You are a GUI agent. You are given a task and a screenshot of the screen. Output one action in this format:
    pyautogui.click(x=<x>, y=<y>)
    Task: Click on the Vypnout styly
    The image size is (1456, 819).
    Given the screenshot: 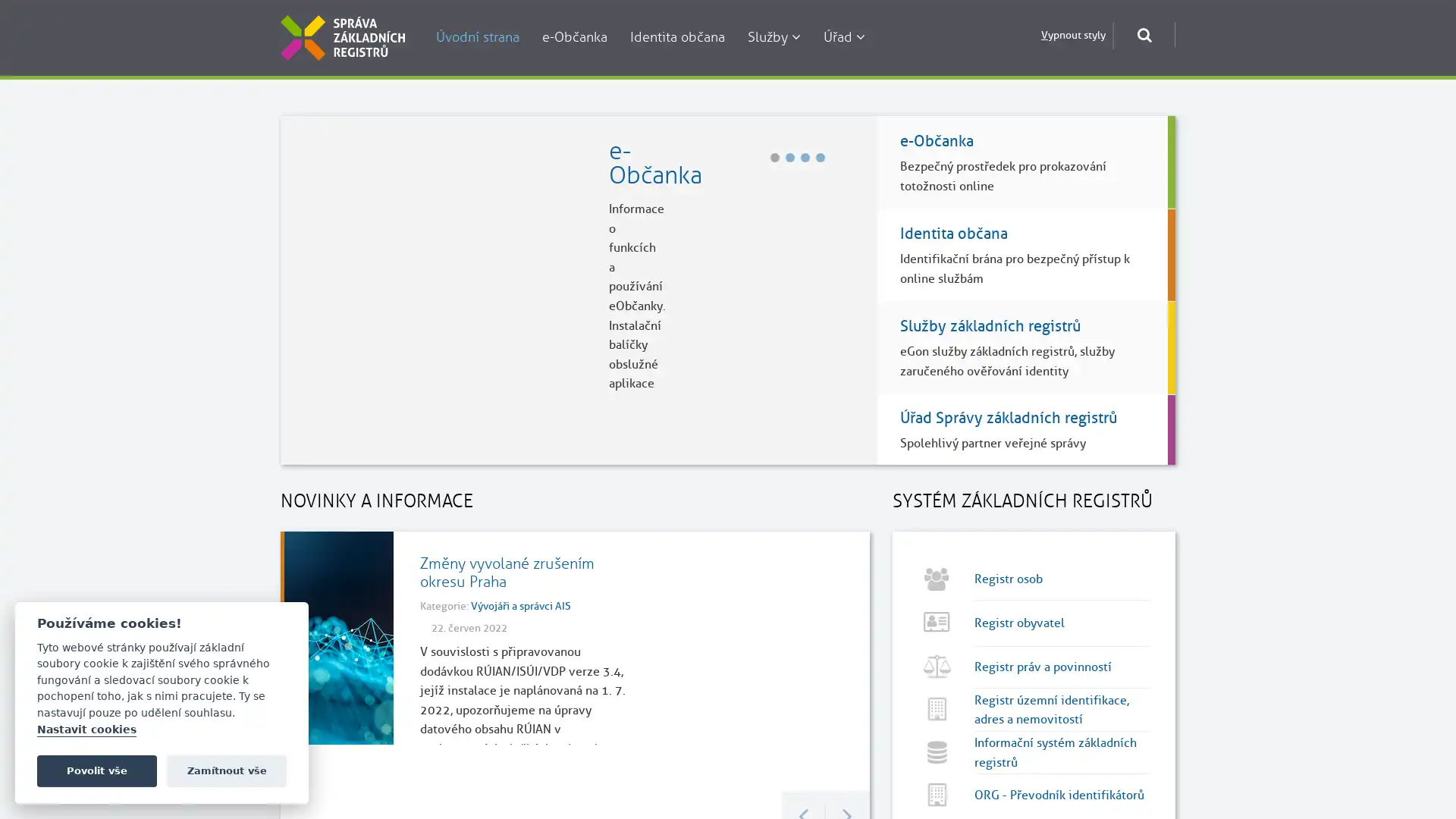 What is the action you would take?
    pyautogui.click(x=1072, y=34)
    